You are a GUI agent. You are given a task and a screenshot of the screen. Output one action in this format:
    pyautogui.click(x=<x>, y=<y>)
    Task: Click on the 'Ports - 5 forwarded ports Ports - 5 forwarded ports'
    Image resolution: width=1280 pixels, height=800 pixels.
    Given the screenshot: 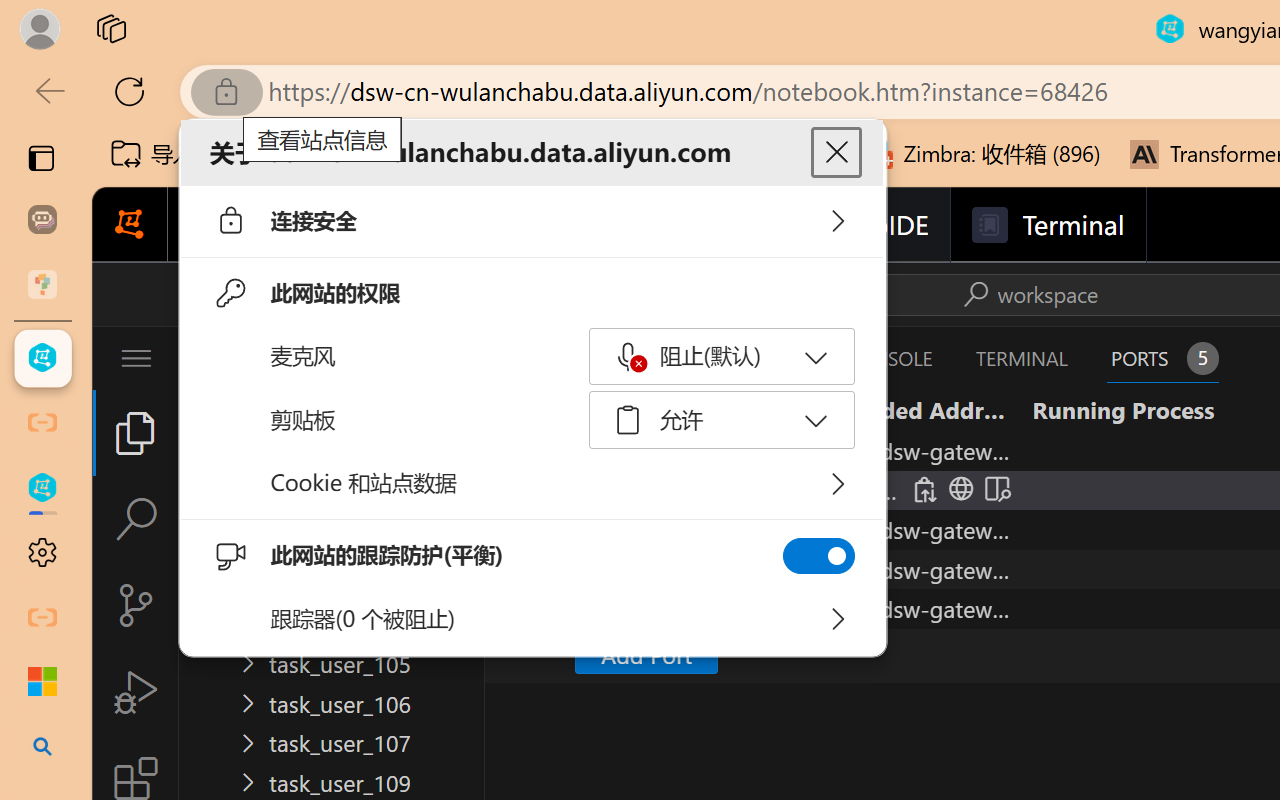 What is the action you would take?
    pyautogui.click(x=1162, y=358)
    